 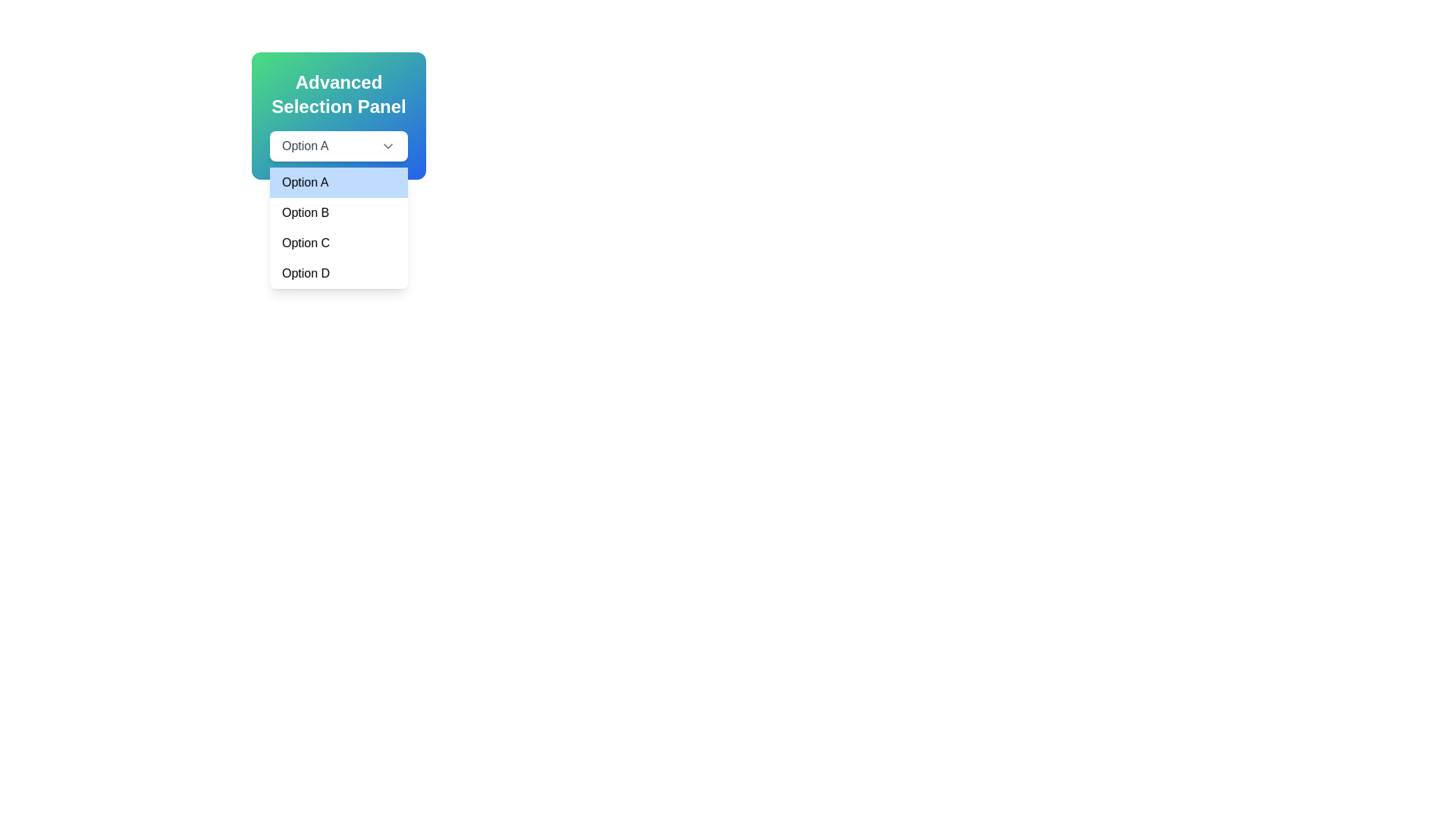 What do you see at coordinates (337, 242) in the screenshot?
I see `the selectable list item labeled 'Option C' in the dropdown menu` at bounding box center [337, 242].